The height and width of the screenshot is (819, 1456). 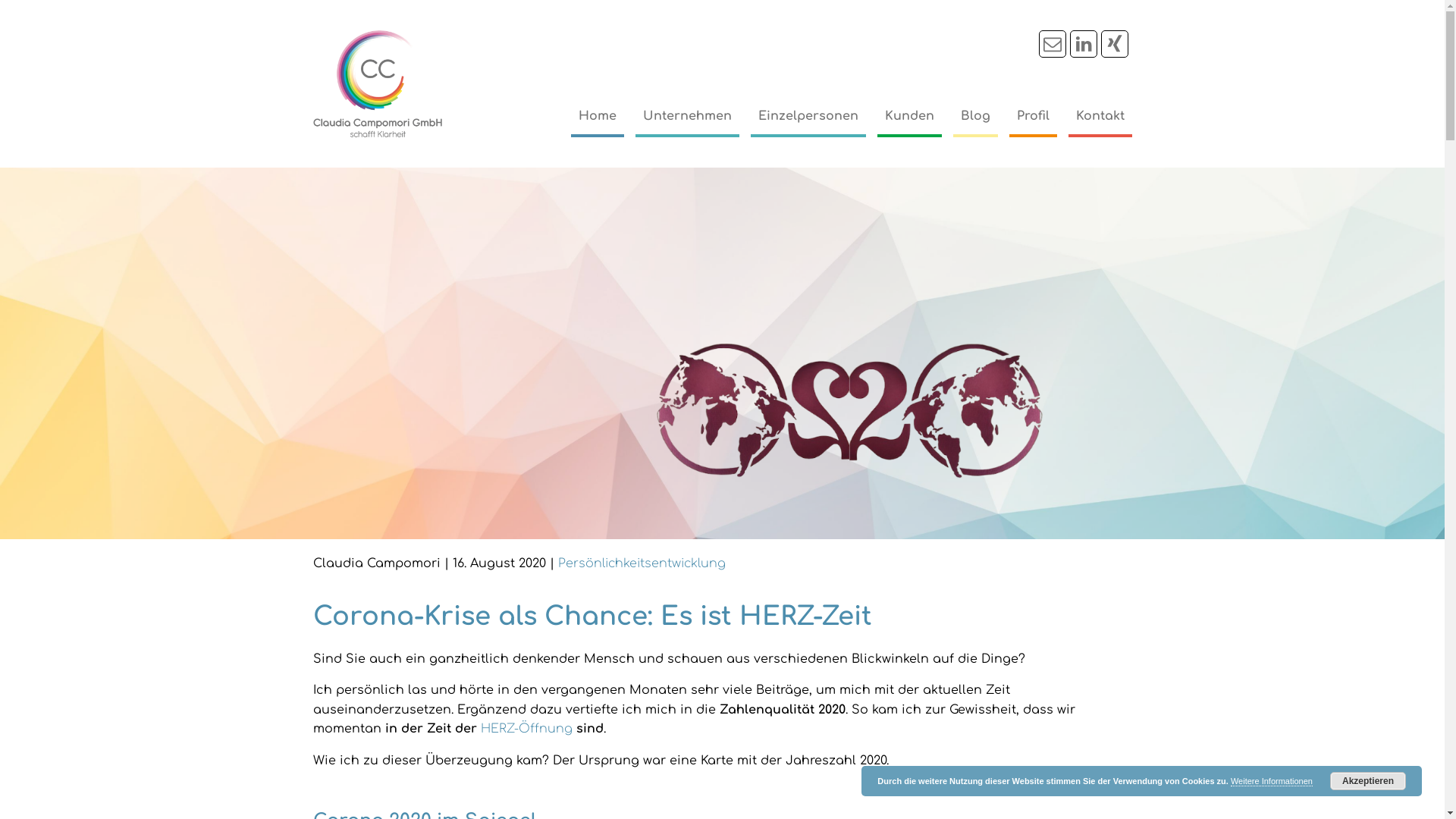 What do you see at coordinates (908, 116) in the screenshot?
I see `'Kunden'` at bounding box center [908, 116].